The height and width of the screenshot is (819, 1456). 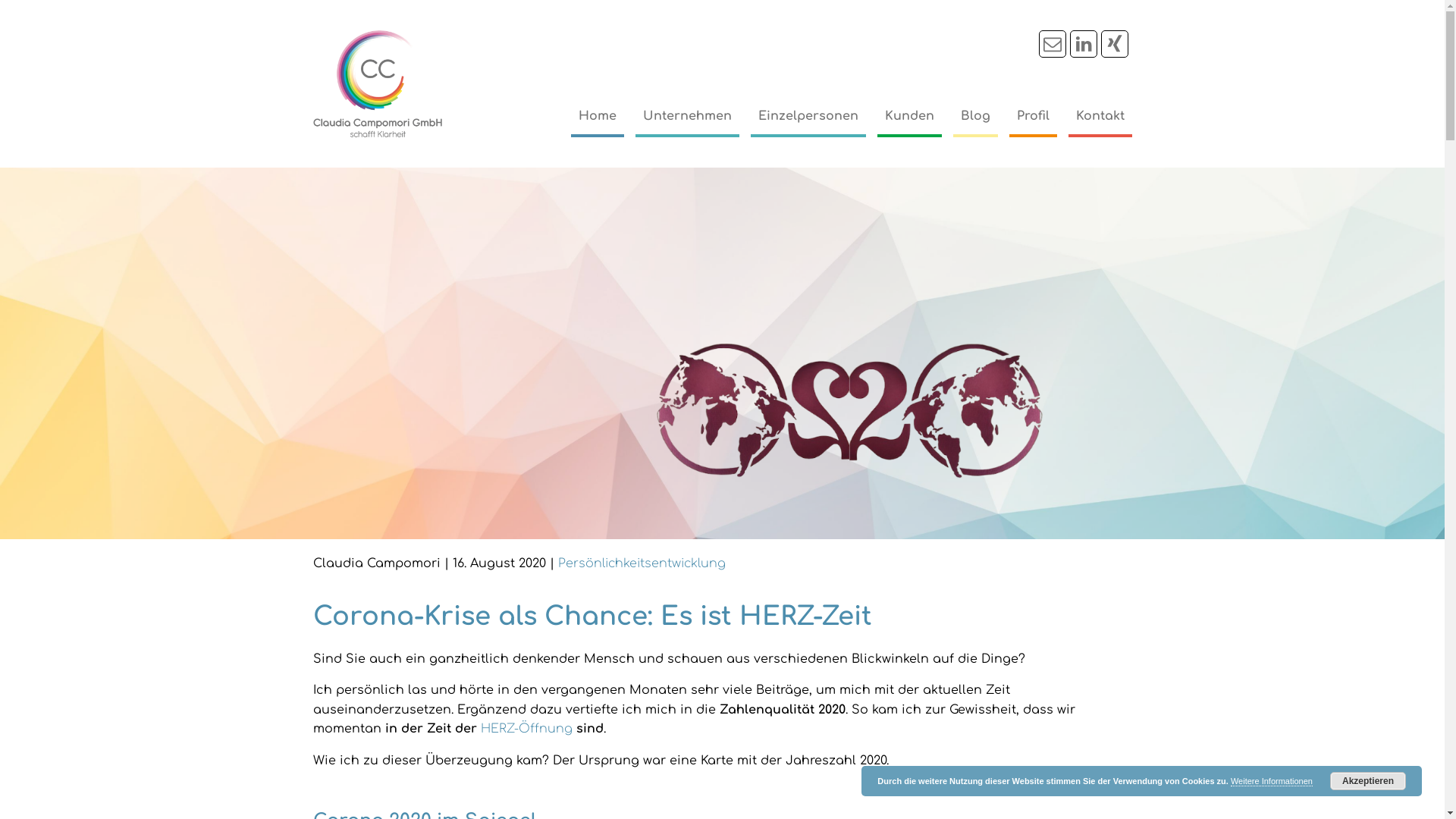 What do you see at coordinates (908, 116) in the screenshot?
I see `'Kunden'` at bounding box center [908, 116].